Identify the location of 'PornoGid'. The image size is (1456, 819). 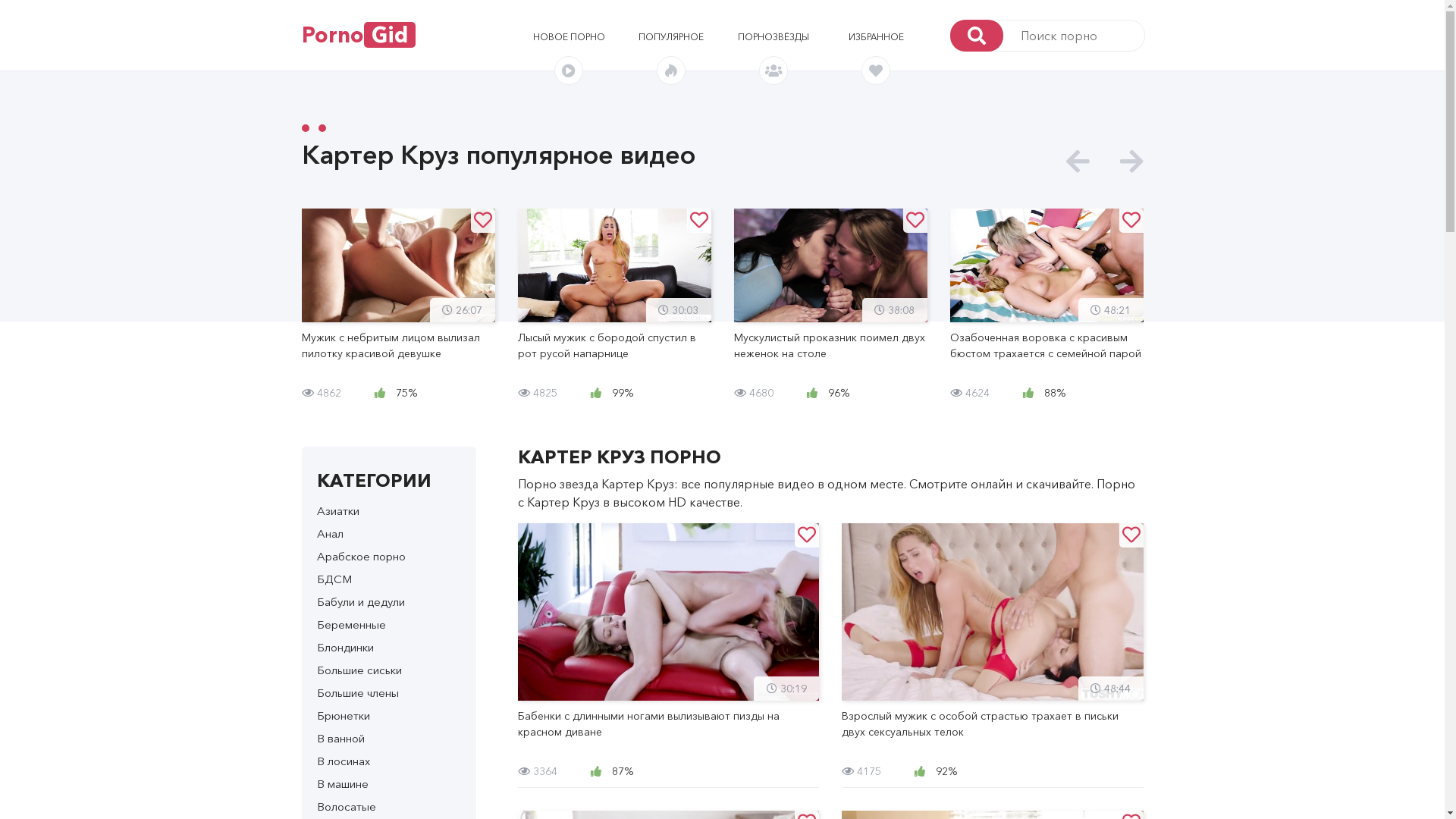
(358, 34).